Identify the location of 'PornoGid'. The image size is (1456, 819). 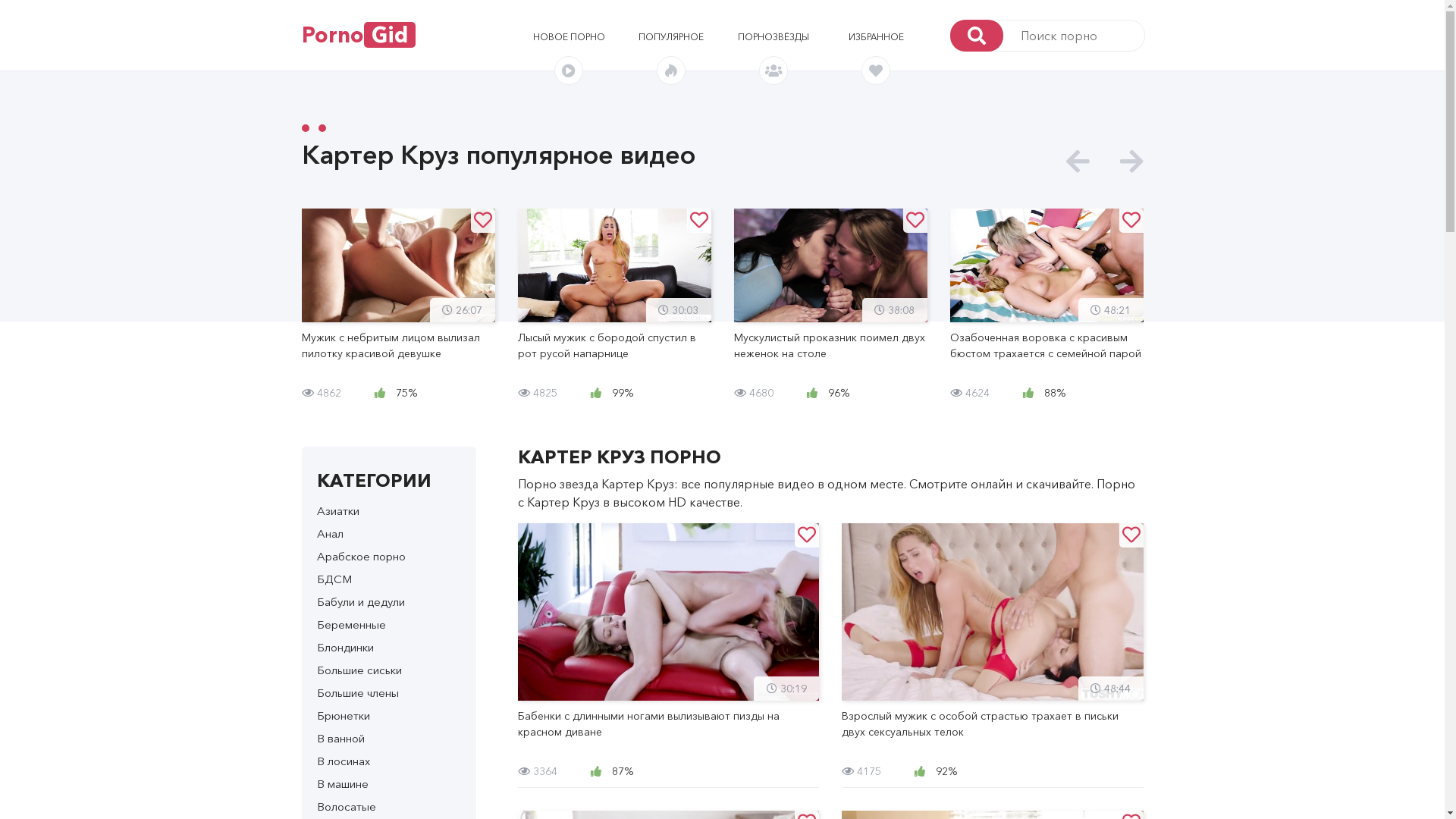
(358, 34).